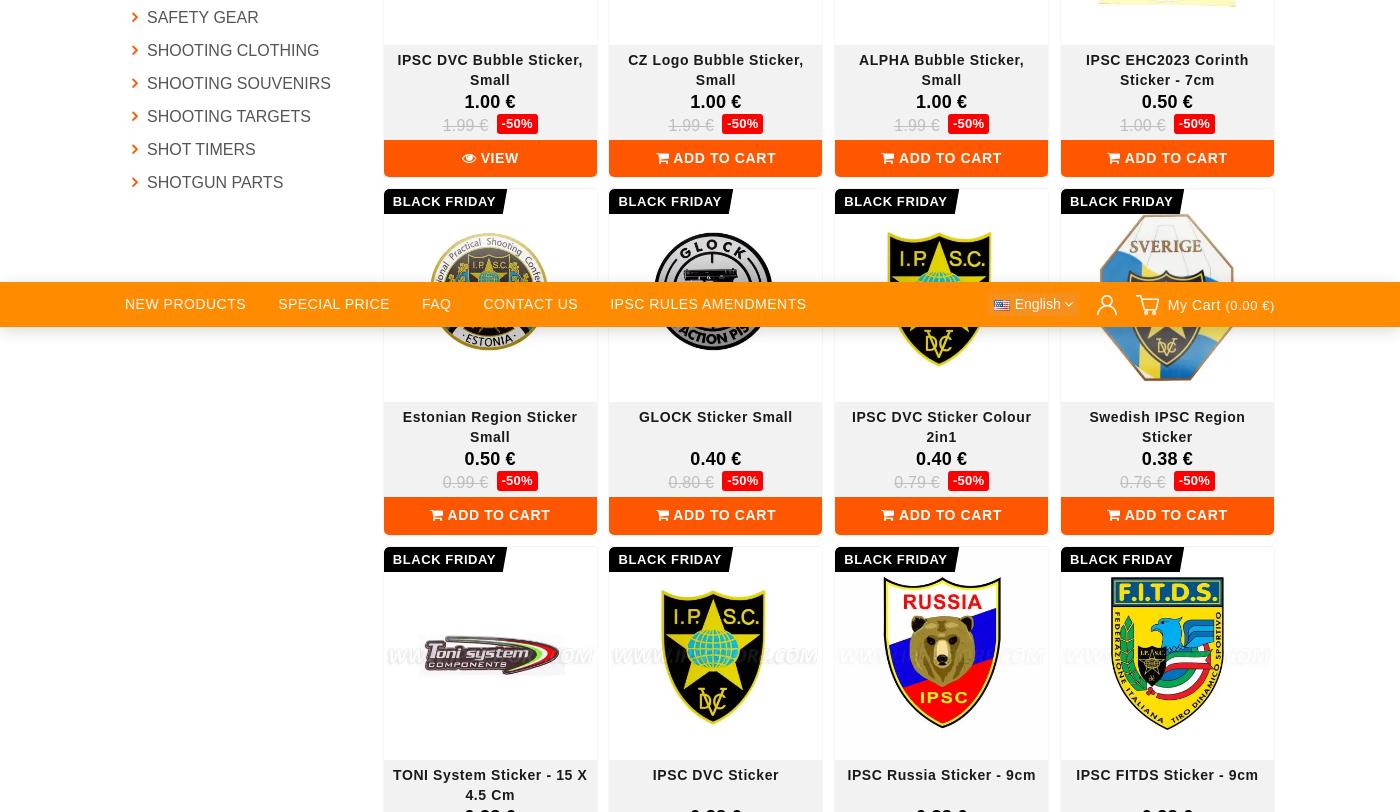 The height and width of the screenshot is (812, 1400). Describe the element at coordinates (671, 284) in the screenshot. I see `'Ordering and Delivery'` at that location.